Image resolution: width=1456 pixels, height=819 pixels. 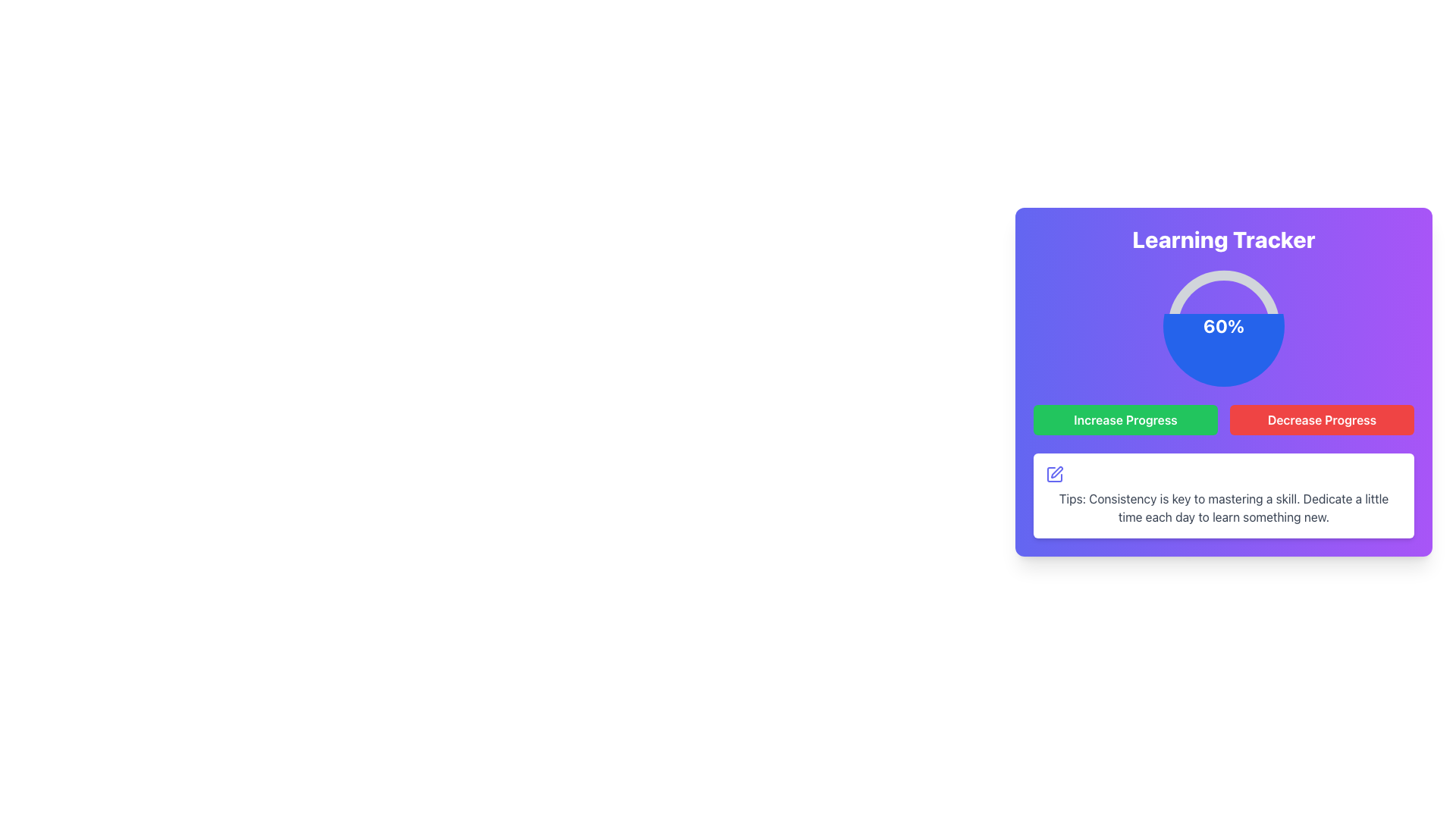 What do you see at coordinates (1054, 473) in the screenshot?
I see `the small, square-shaped icon with a pen or editing tool in its center, which is located at the leftmost side of a rectangular text box containing tips about consistency in learning, to initiate editing` at bounding box center [1054, 473].